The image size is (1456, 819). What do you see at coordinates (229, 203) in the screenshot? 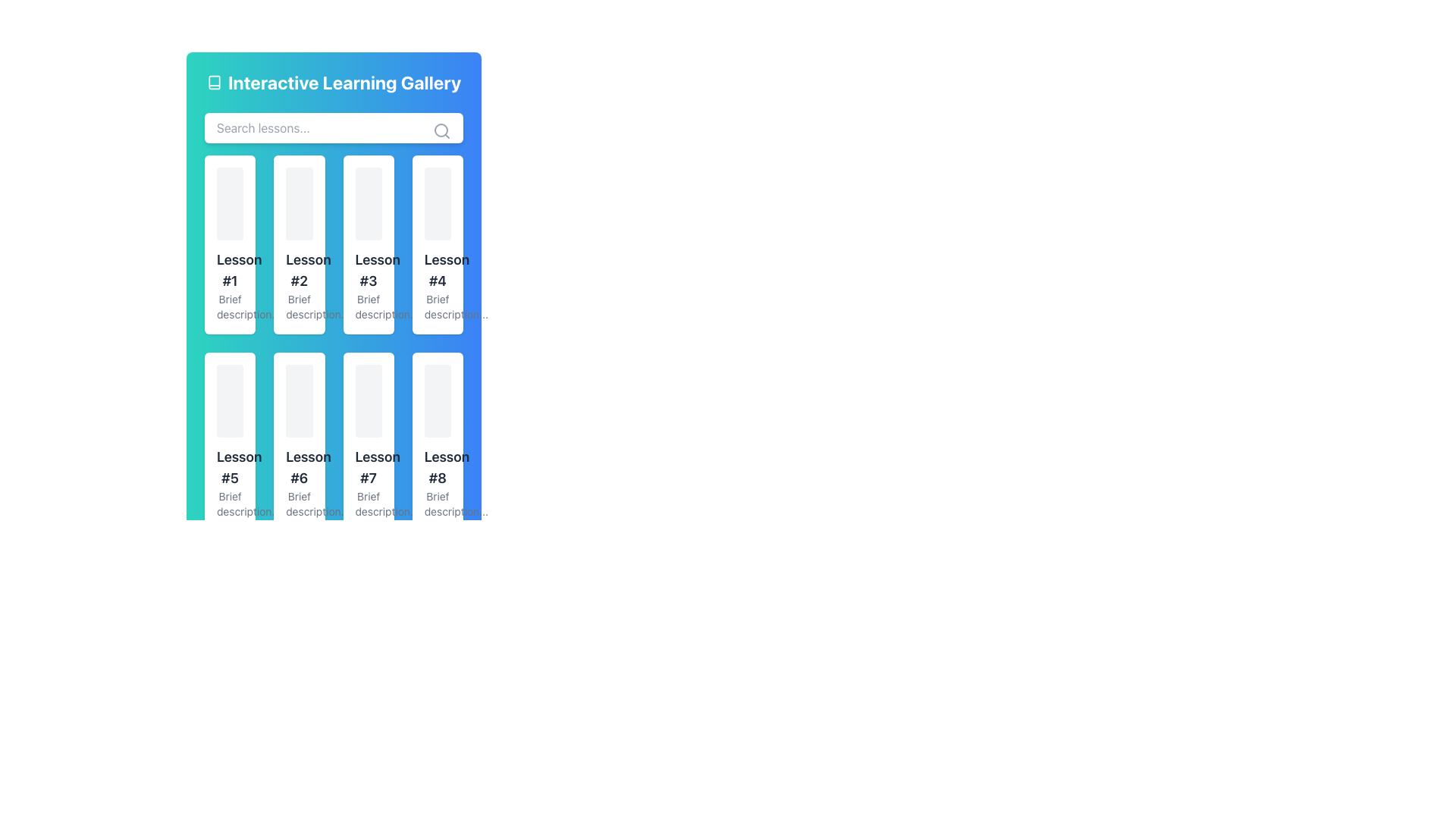
I see `the decorative placeholder or visual banner located at the top of the 'Lesson #1' card in the upper left of the grid layout` at bounding box center [229, 203].